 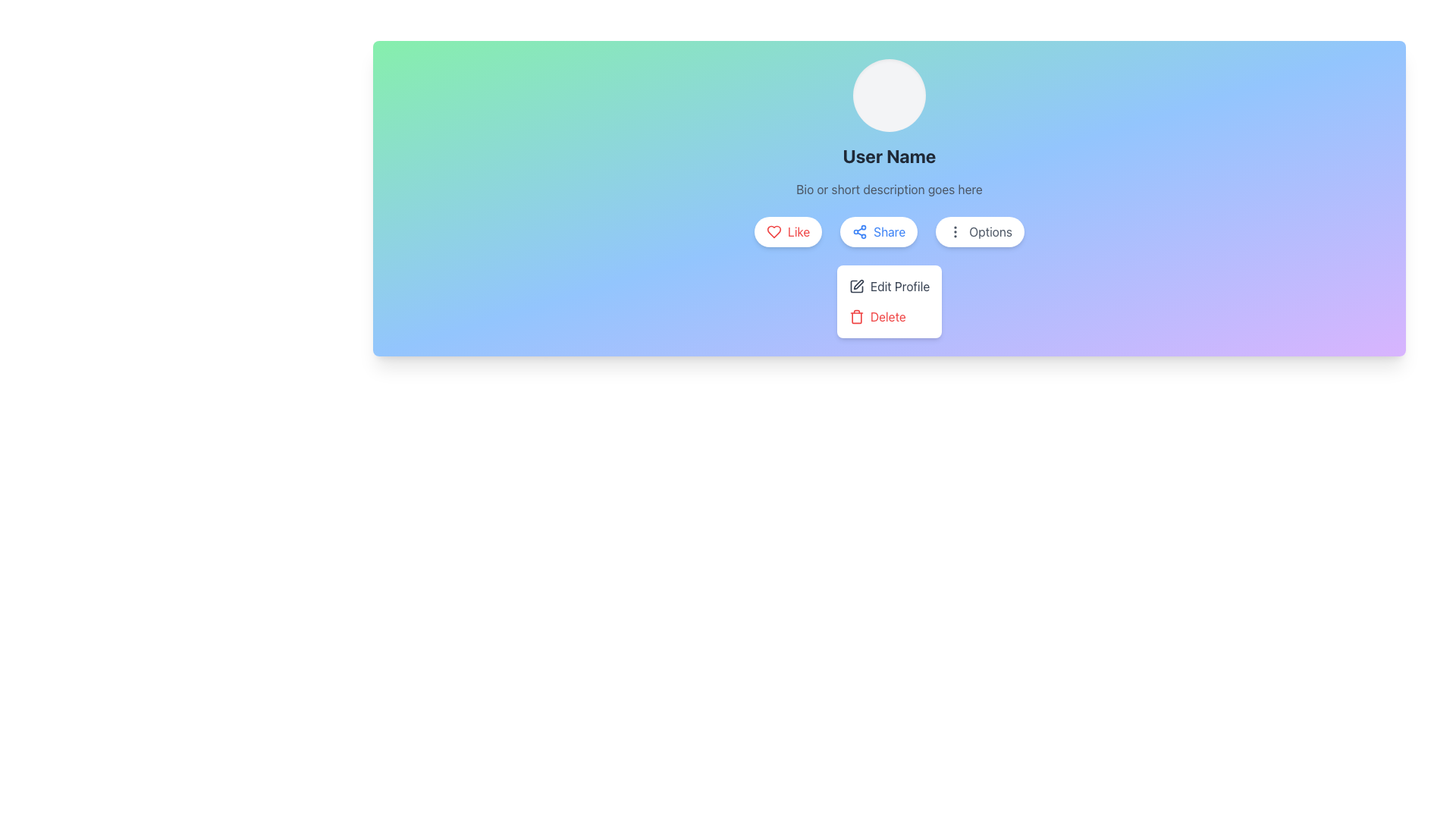 What do you see at coordinates (955, 231) in the screenshot?
I see `the ellipsis icon` at bounding box center [955, 231].